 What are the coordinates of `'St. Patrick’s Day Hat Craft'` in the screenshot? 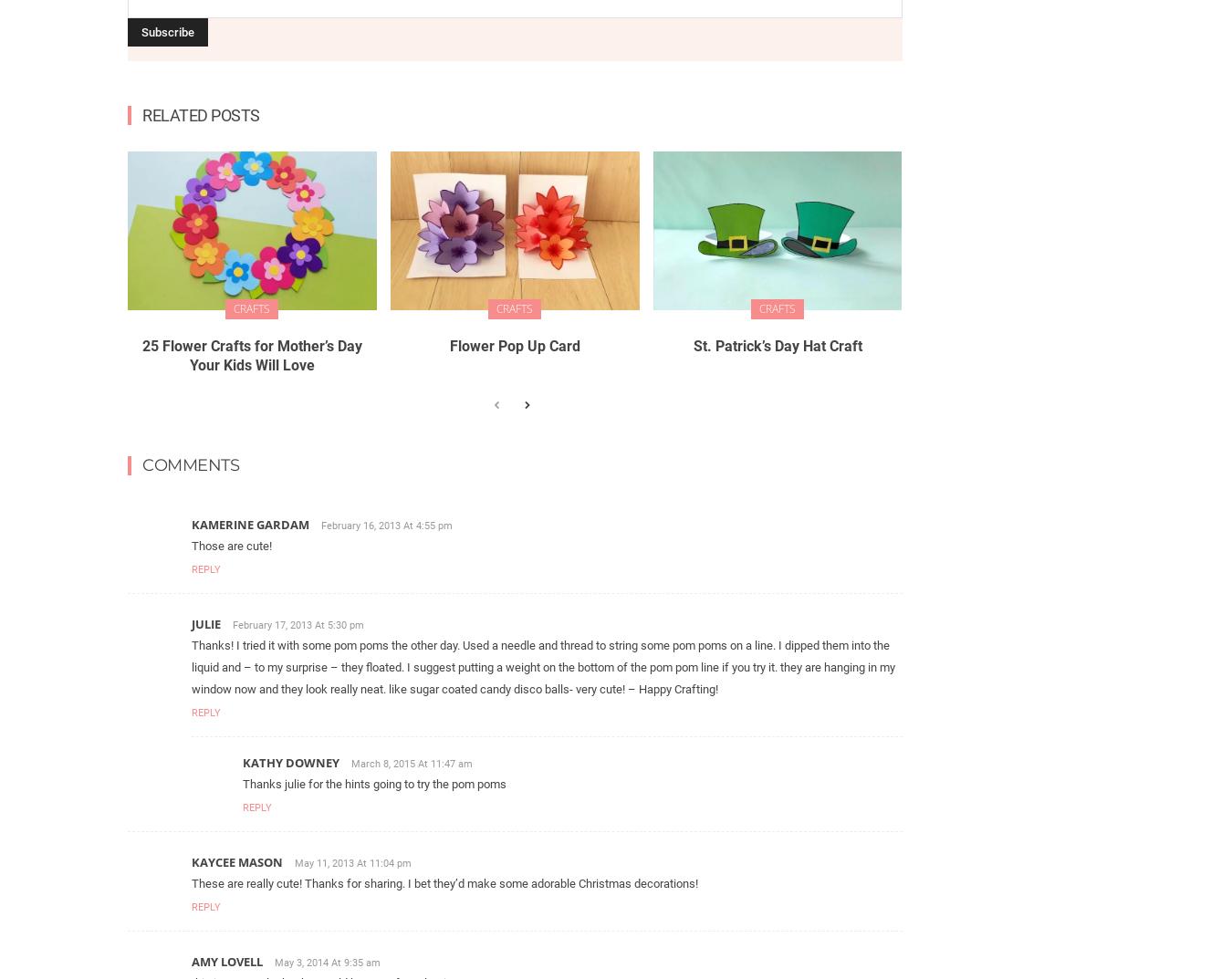 It's located at (777, 345).